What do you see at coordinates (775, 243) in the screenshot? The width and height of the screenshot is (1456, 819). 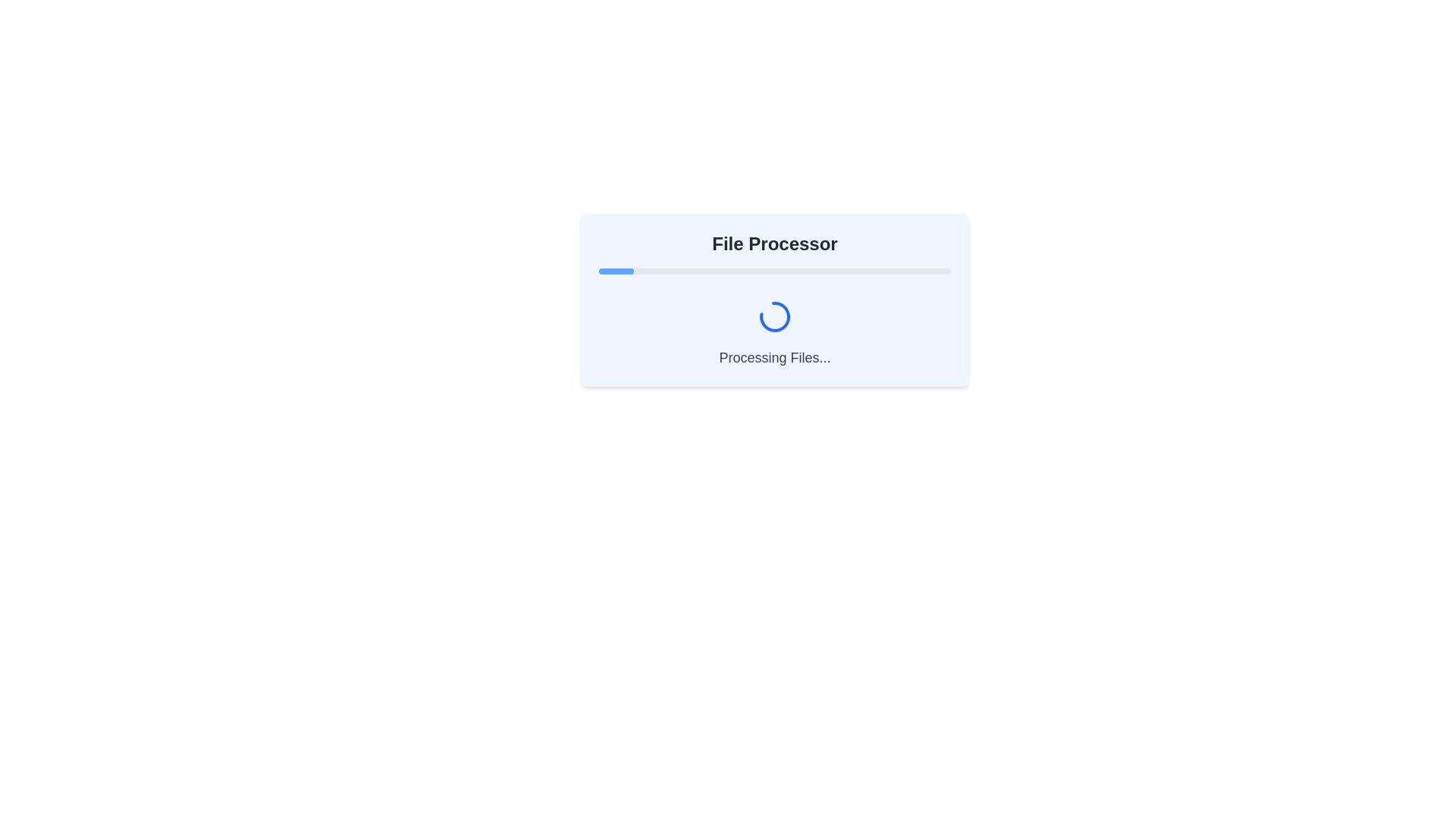 I see `the title text element located at the top section of the card that indicates the functionality related to file processing` at bounding box center [775, 243].